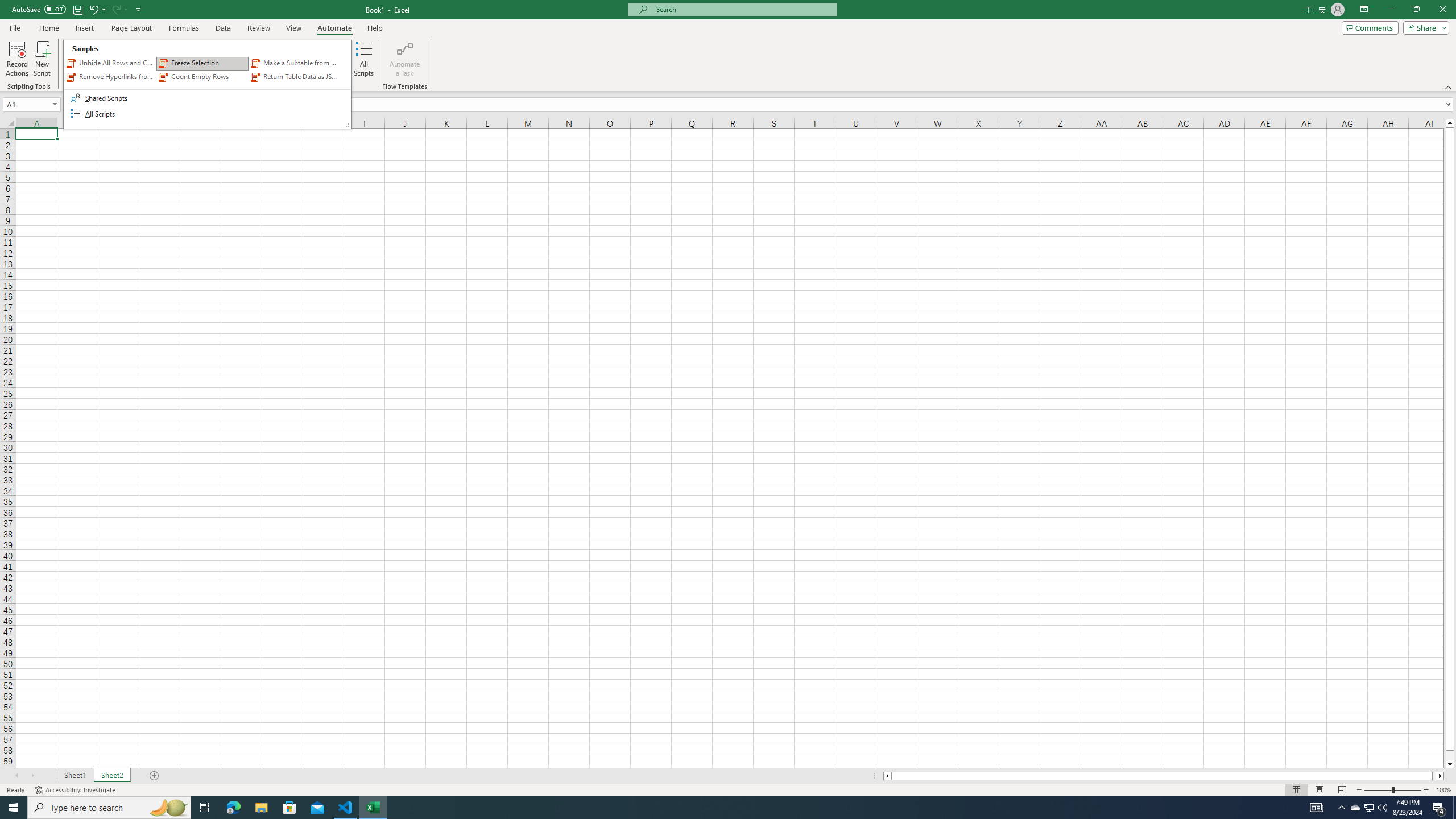  I want to click on 'Zoom In', so click(1426, 790).